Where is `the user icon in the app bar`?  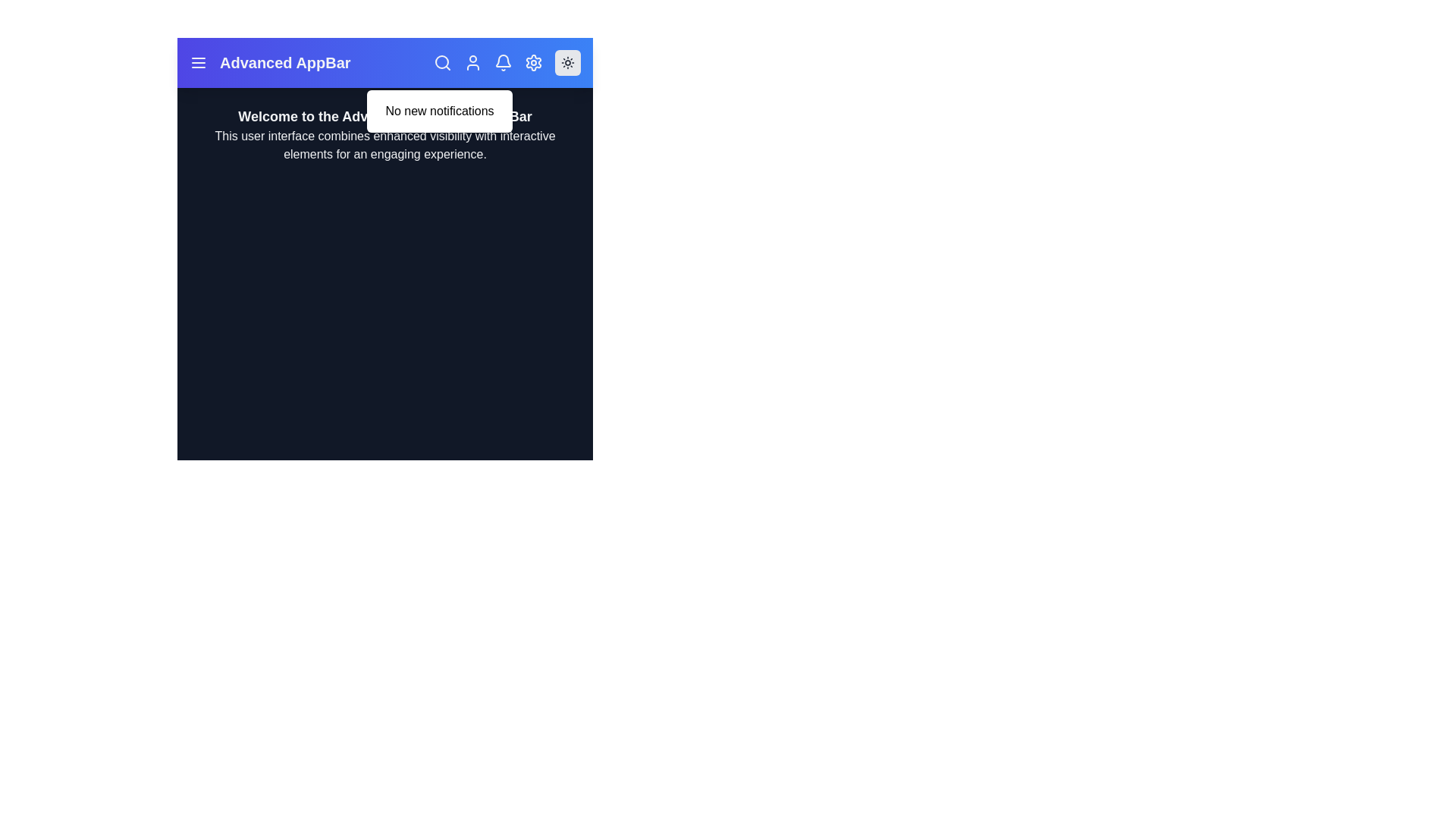
the user icon in the app bar is located at coordinates (472, 62).